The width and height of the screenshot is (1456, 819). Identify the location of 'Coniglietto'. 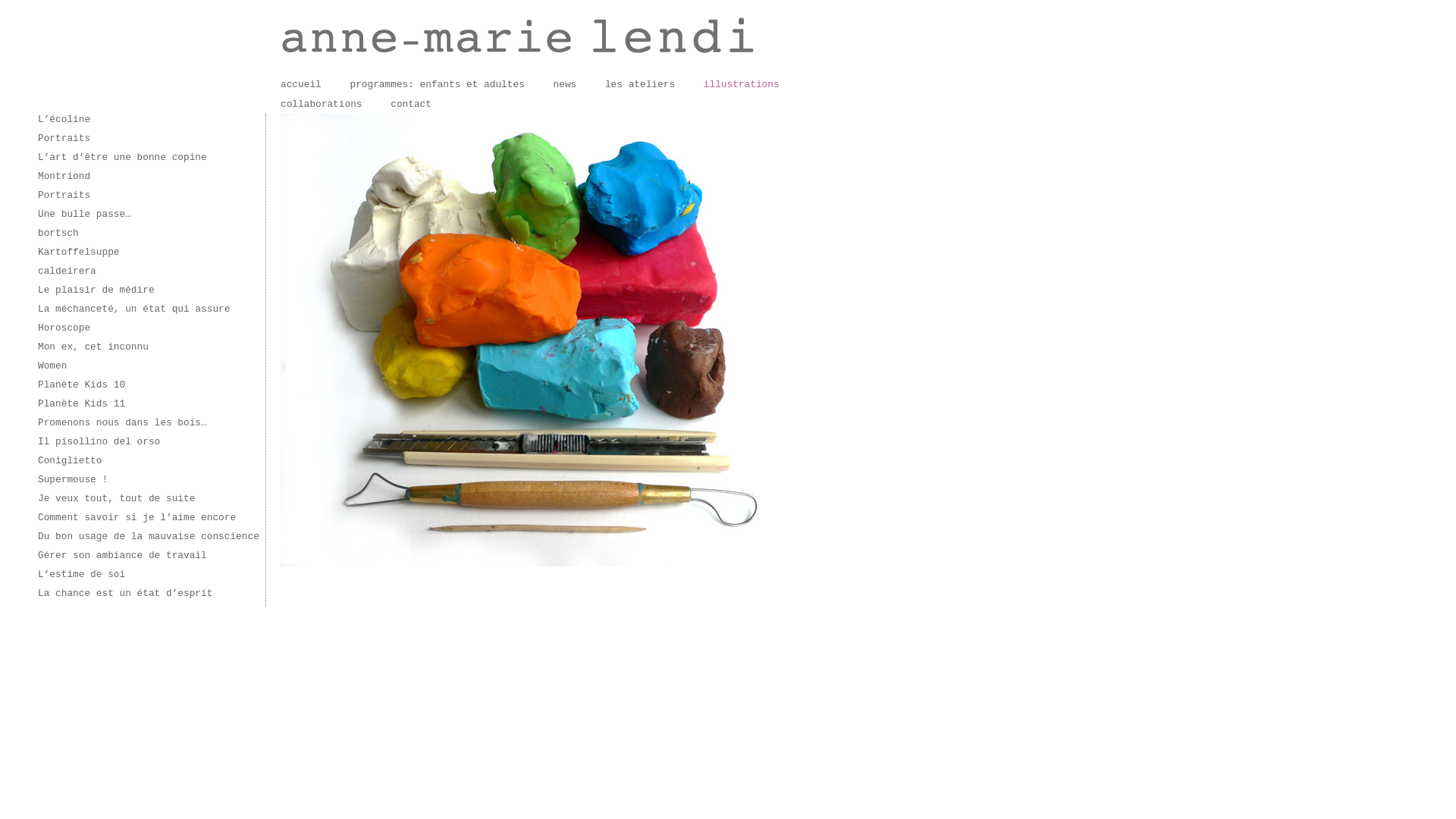
(68, 460).